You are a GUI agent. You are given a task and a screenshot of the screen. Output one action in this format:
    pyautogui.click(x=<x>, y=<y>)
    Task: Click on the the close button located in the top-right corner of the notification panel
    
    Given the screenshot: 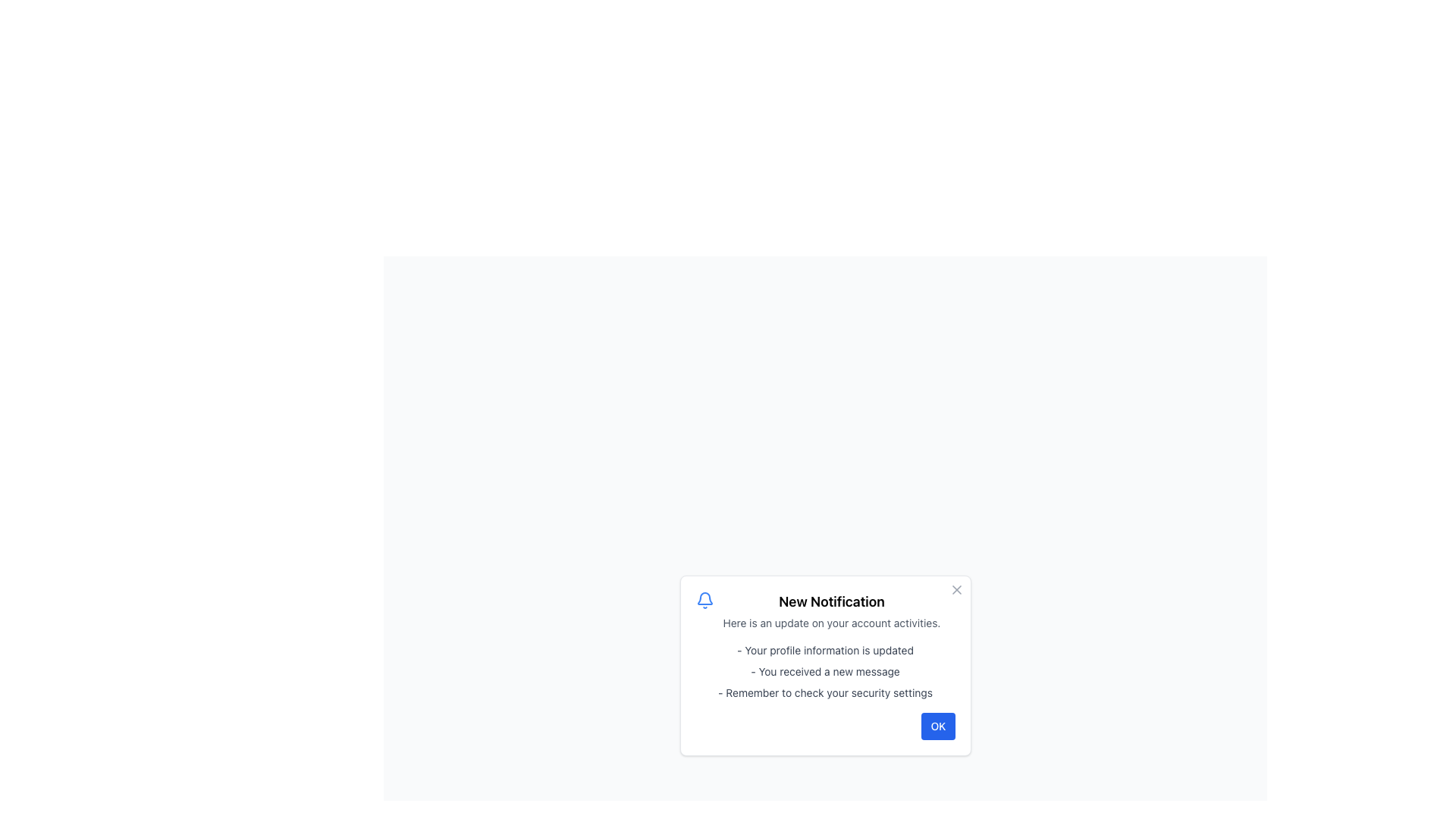 What is the action you would take?
    pyautogui.click(x=955, y=589)
    